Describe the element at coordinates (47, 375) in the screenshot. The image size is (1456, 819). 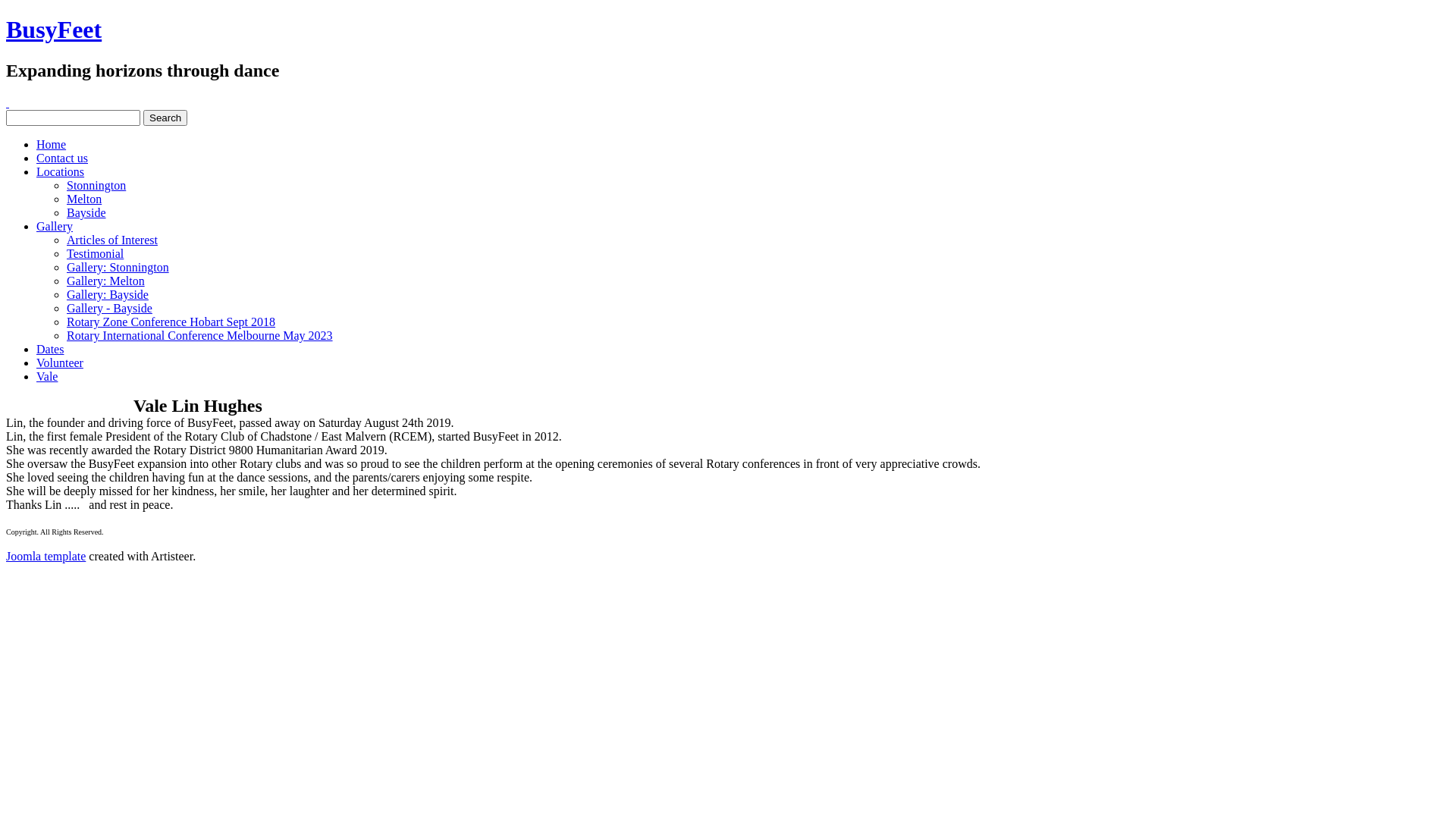
I see `'Vale'` at that location.